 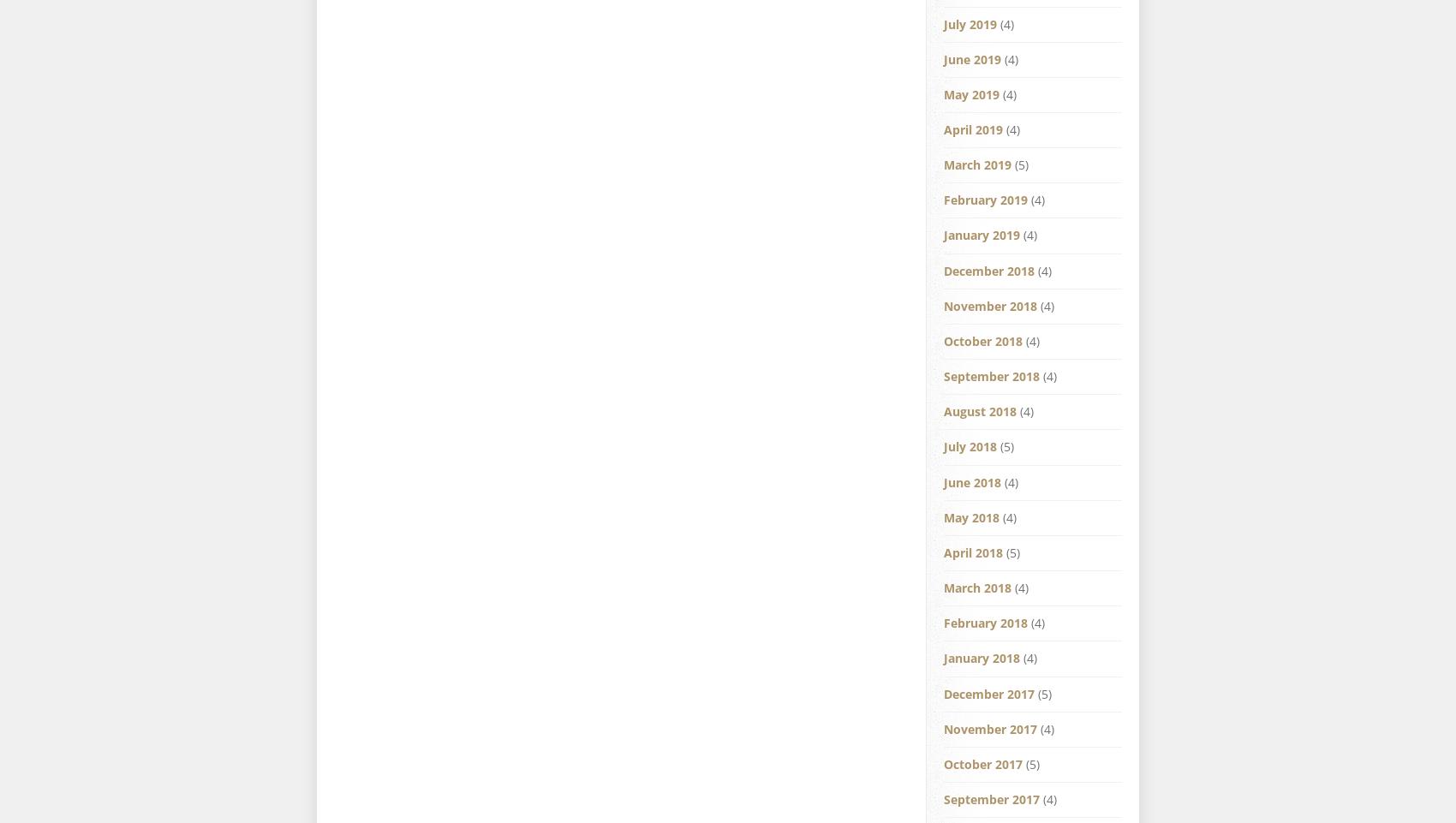 What do you see at coordinates (992, 798) in the screenshot?
I see `'September 2017'` at bounding box center [992, 798].